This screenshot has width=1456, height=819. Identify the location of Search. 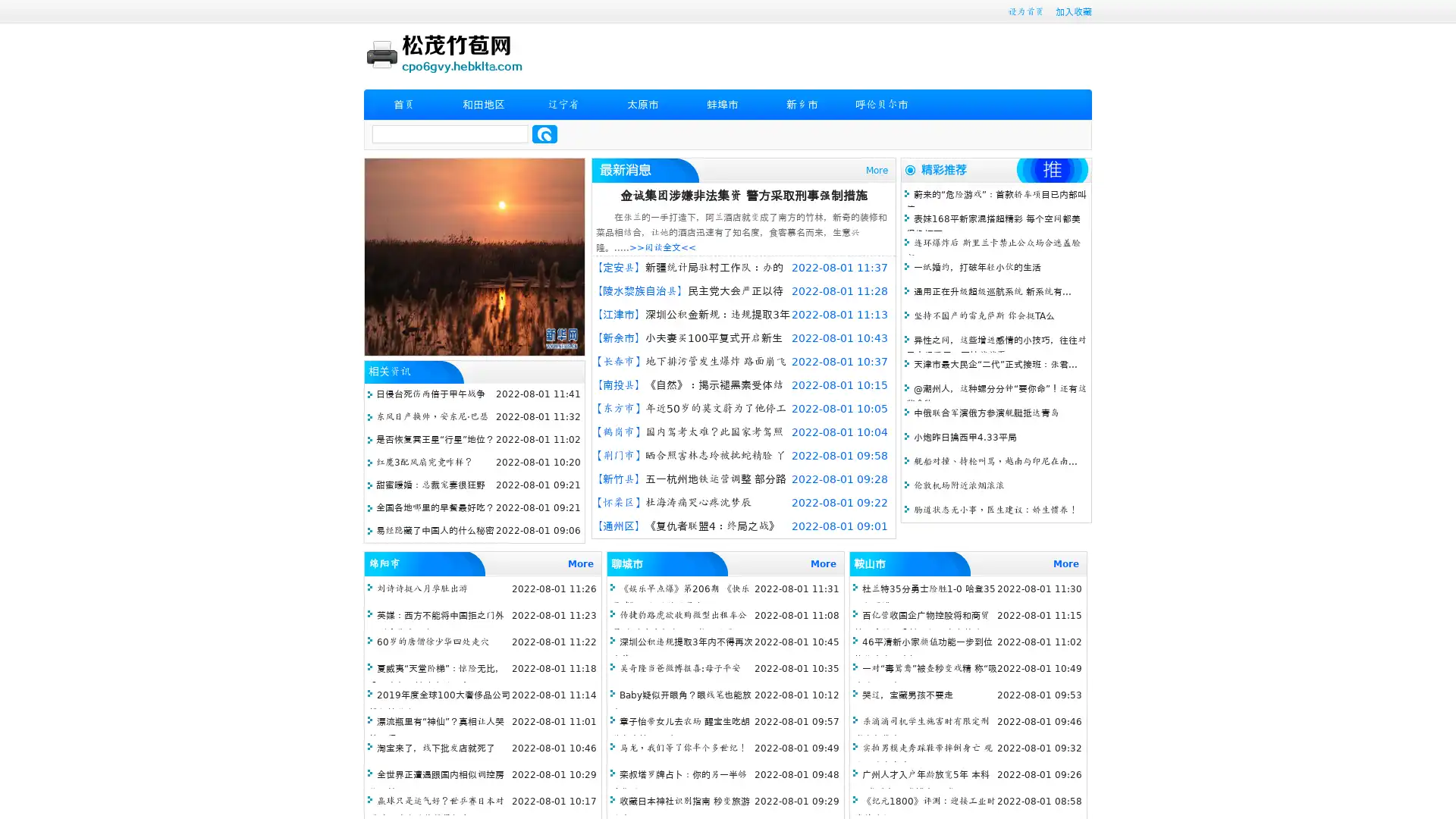
(544, 133).